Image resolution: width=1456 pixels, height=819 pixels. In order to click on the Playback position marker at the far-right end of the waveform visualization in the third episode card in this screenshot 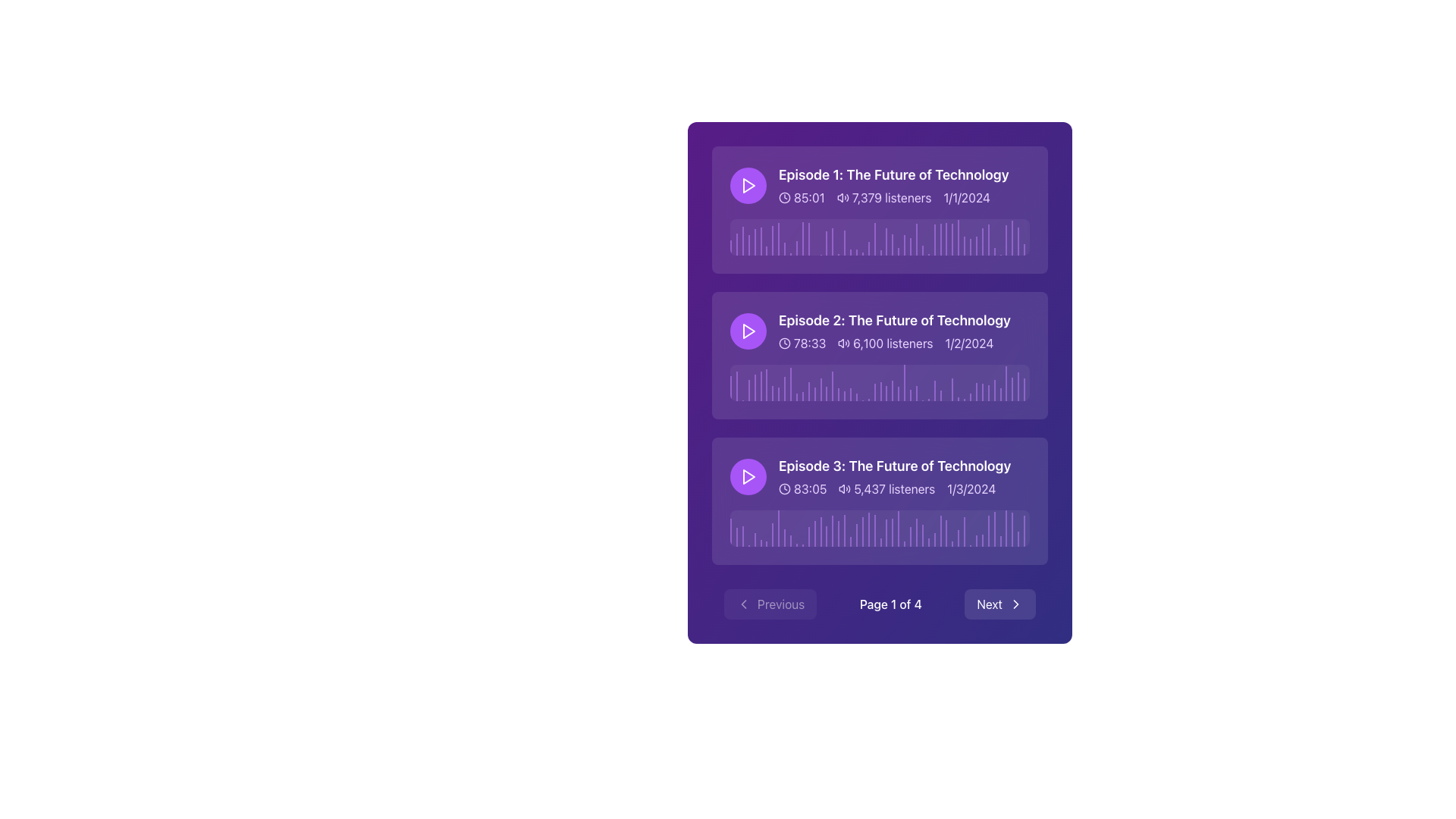, I will do `click(1006, 528)`.